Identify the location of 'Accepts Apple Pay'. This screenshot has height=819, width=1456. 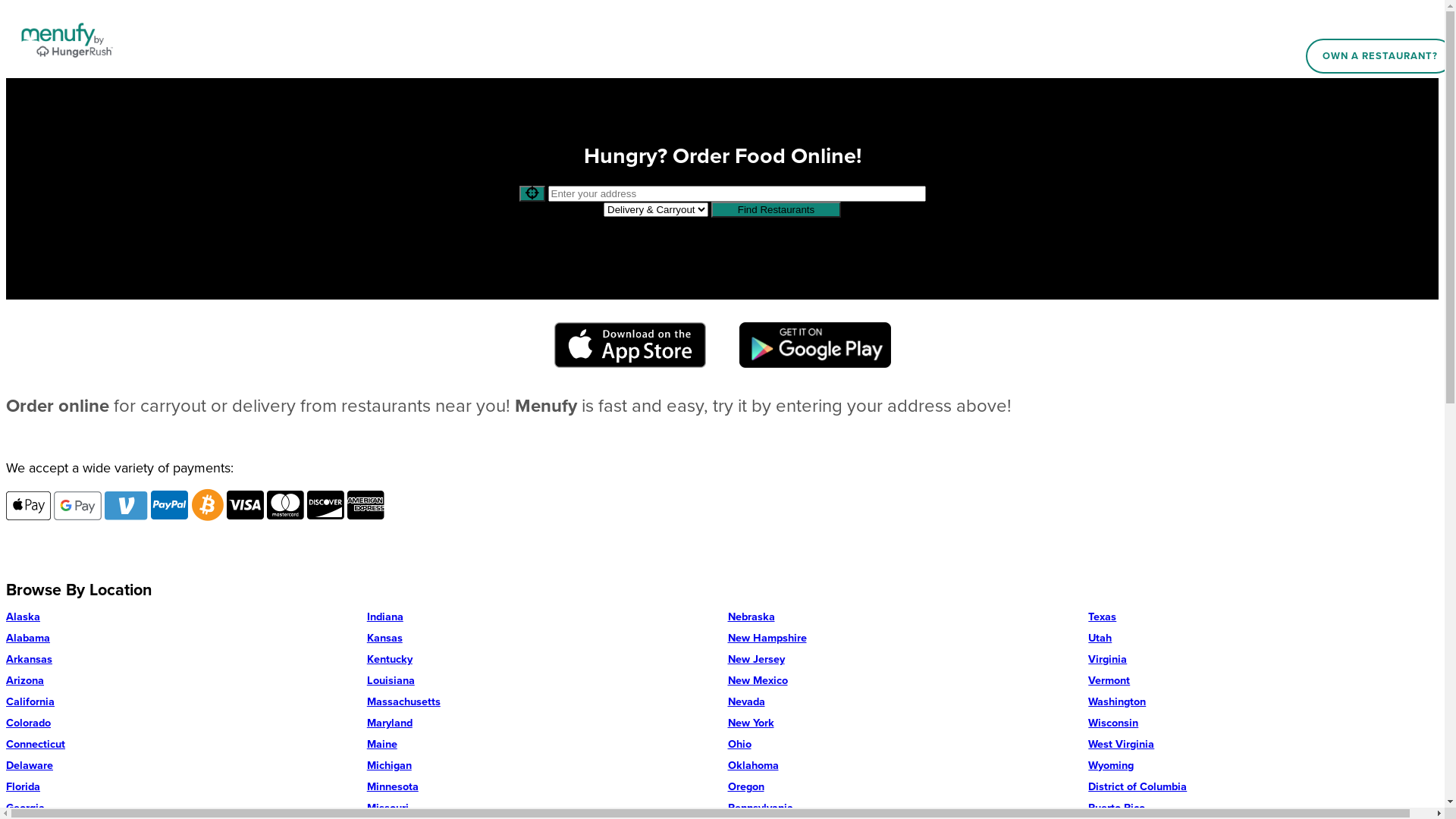
(6, 506).